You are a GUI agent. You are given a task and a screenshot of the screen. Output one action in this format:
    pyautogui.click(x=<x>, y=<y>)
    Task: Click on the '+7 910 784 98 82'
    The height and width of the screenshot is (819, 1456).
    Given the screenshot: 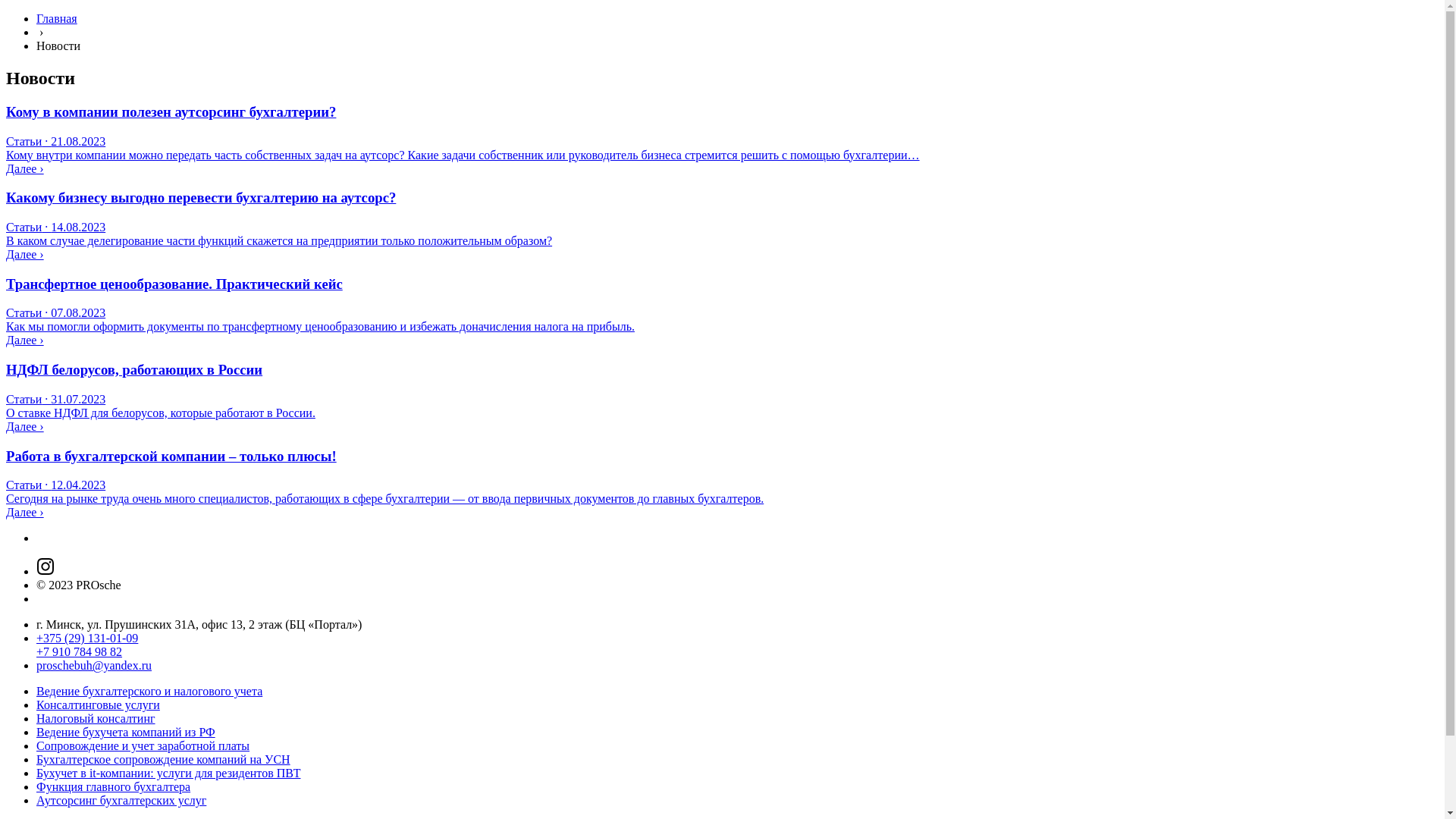 What is the action you would take?
    pyautogui.click(x=78, y=651)
    